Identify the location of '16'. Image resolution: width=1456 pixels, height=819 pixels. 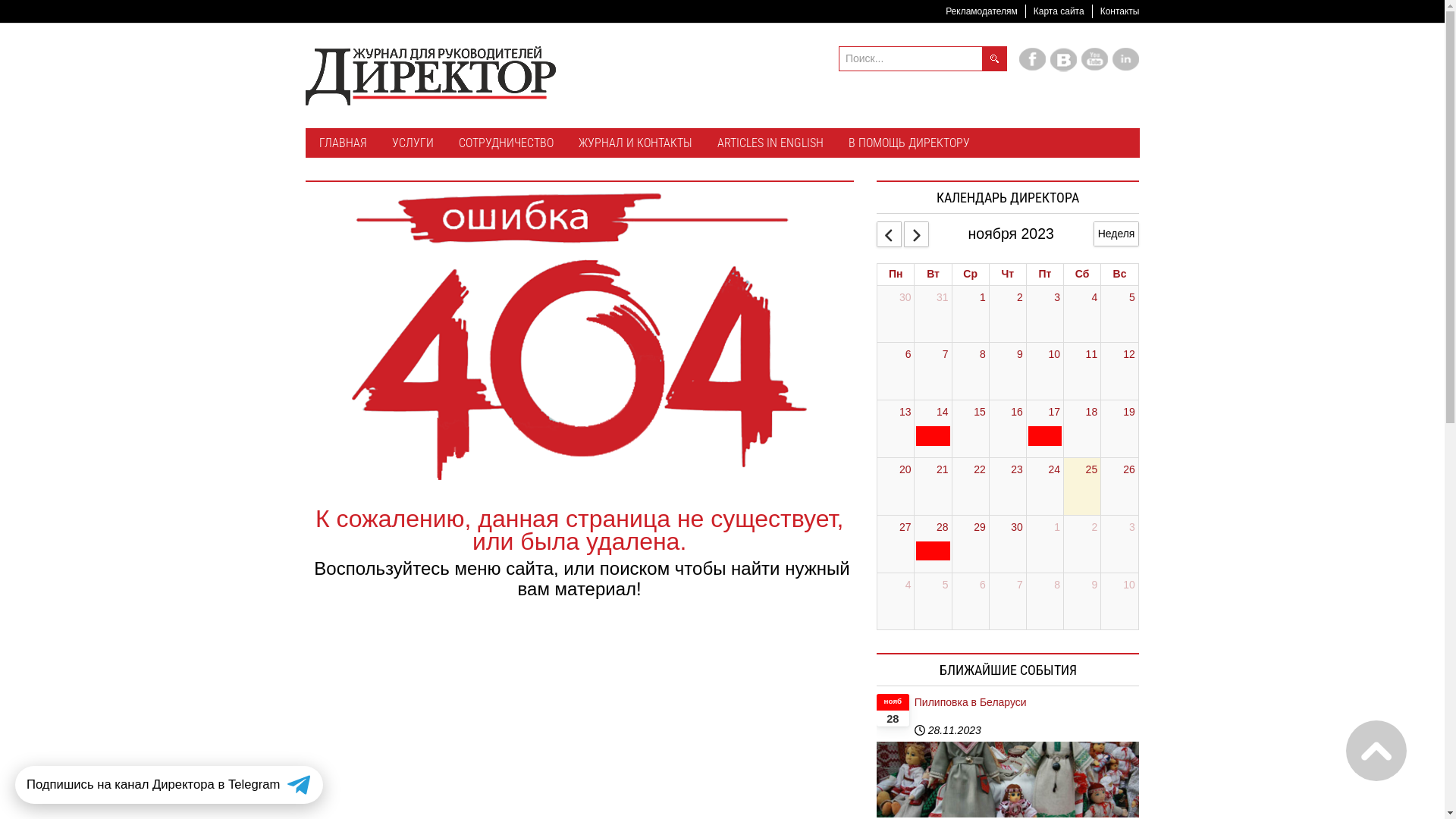
(1016, 412).